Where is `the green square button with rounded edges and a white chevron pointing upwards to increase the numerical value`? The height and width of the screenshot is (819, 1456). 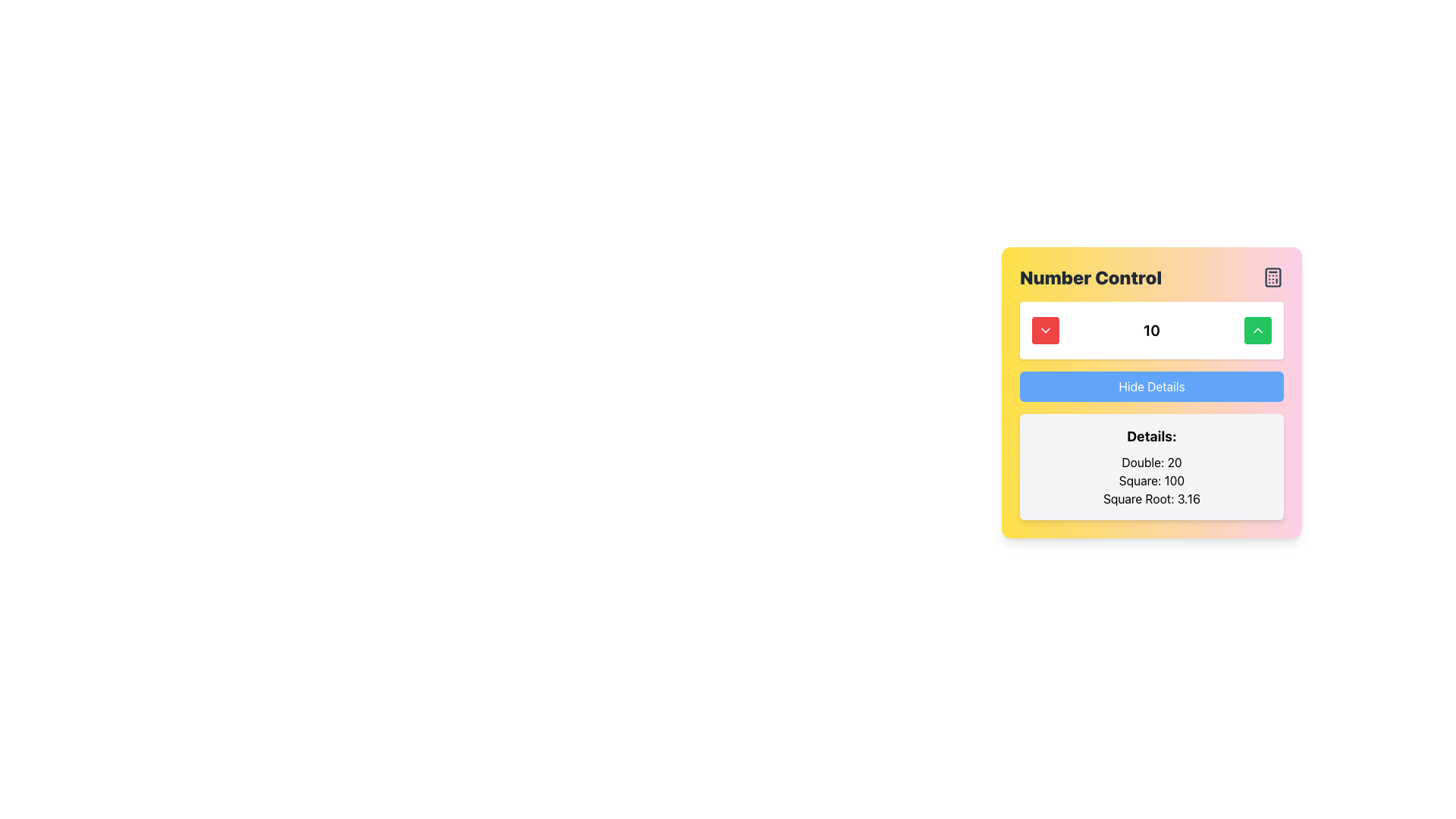
the green square button with rounded edges and a white chevron pointing upwards to increase the numerical value is located at coordinates (1258, 329).